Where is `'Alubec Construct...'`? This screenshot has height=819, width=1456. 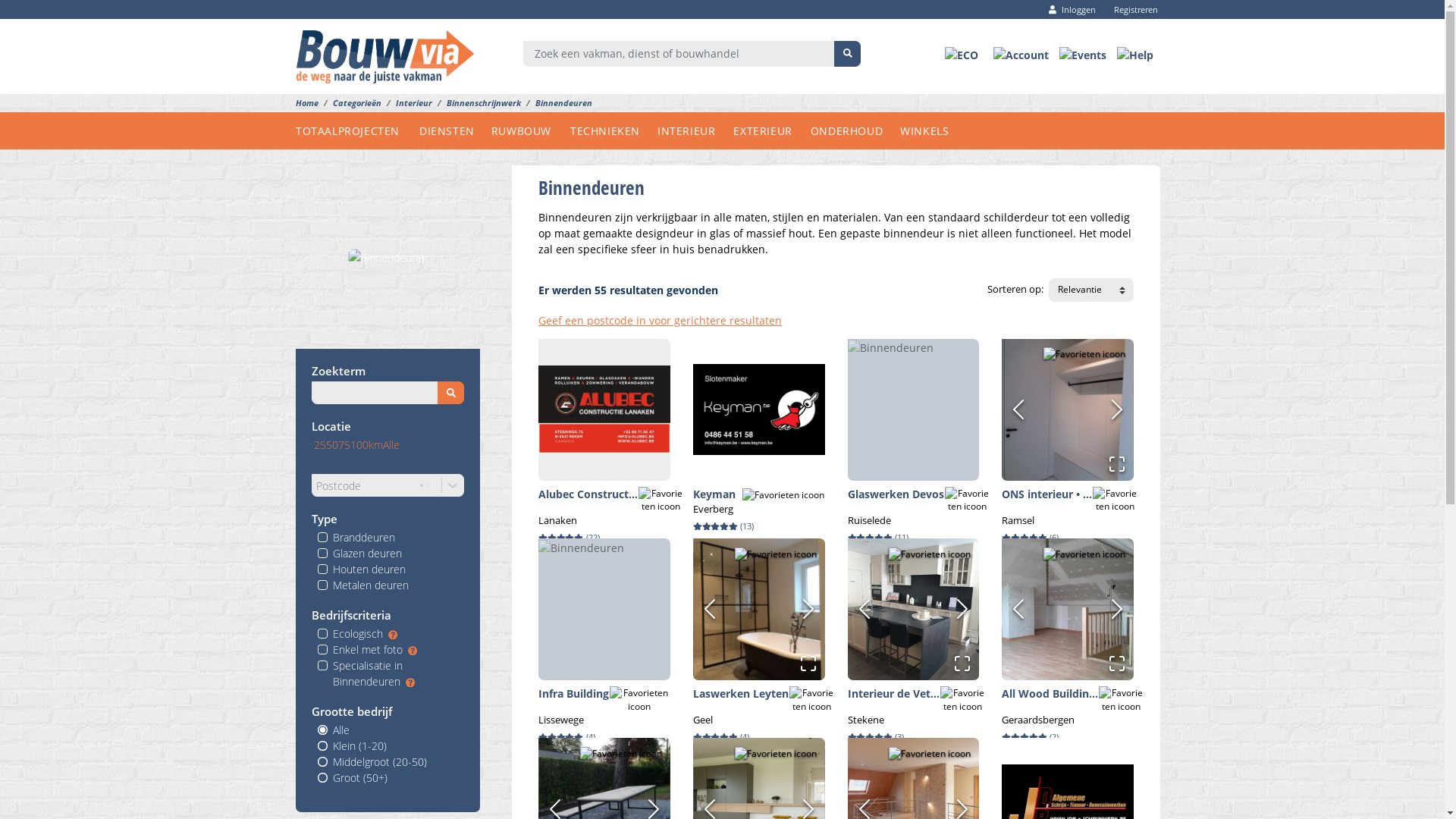 'Alubec Construct...' is located at coordinates (587, 494).